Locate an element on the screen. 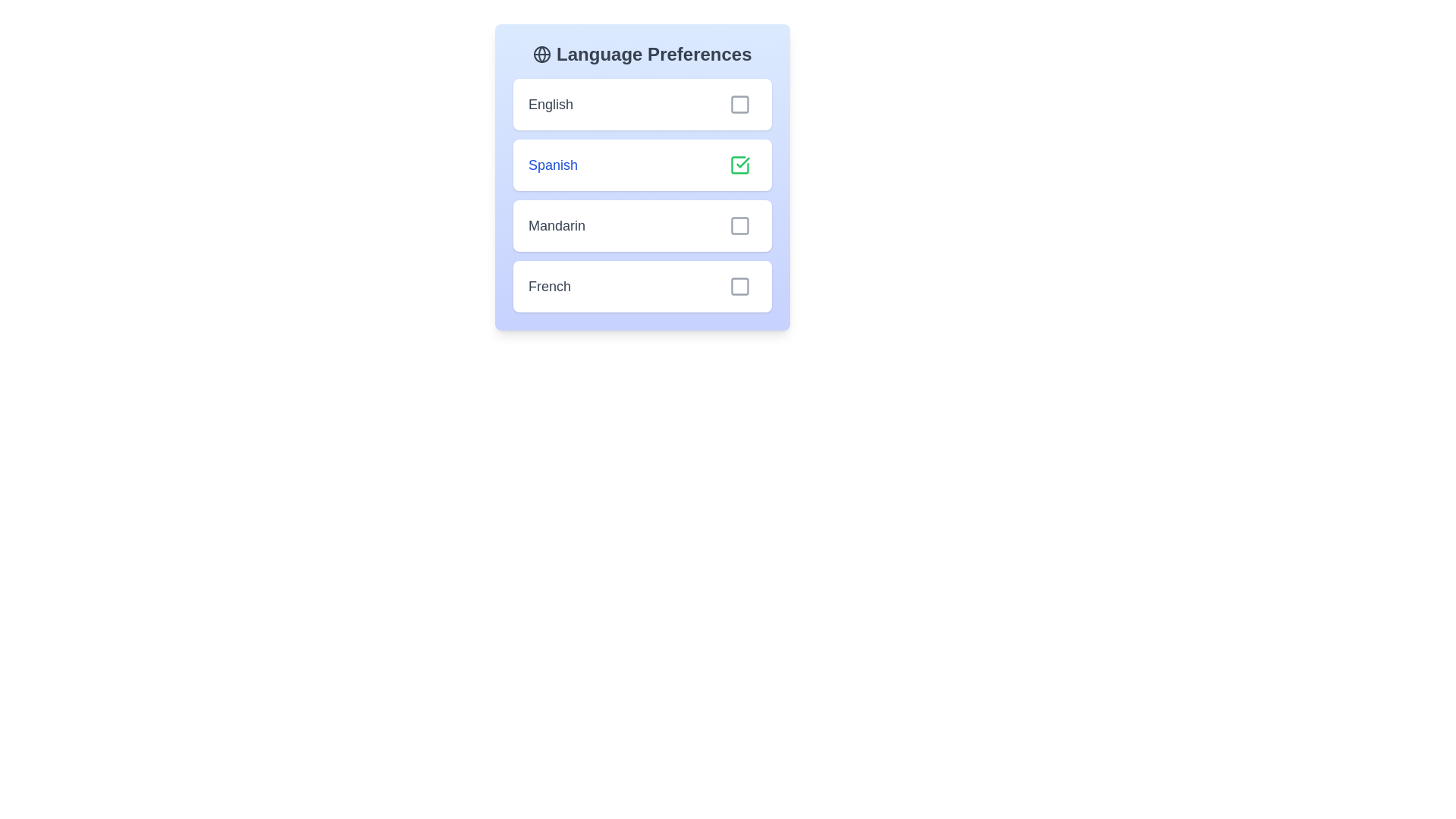 The height and width of the screenshot is (819, 1456). the toggle button located beside the 'English' language option in the 'Language Preferences' module is located at coordinates (739, 104).